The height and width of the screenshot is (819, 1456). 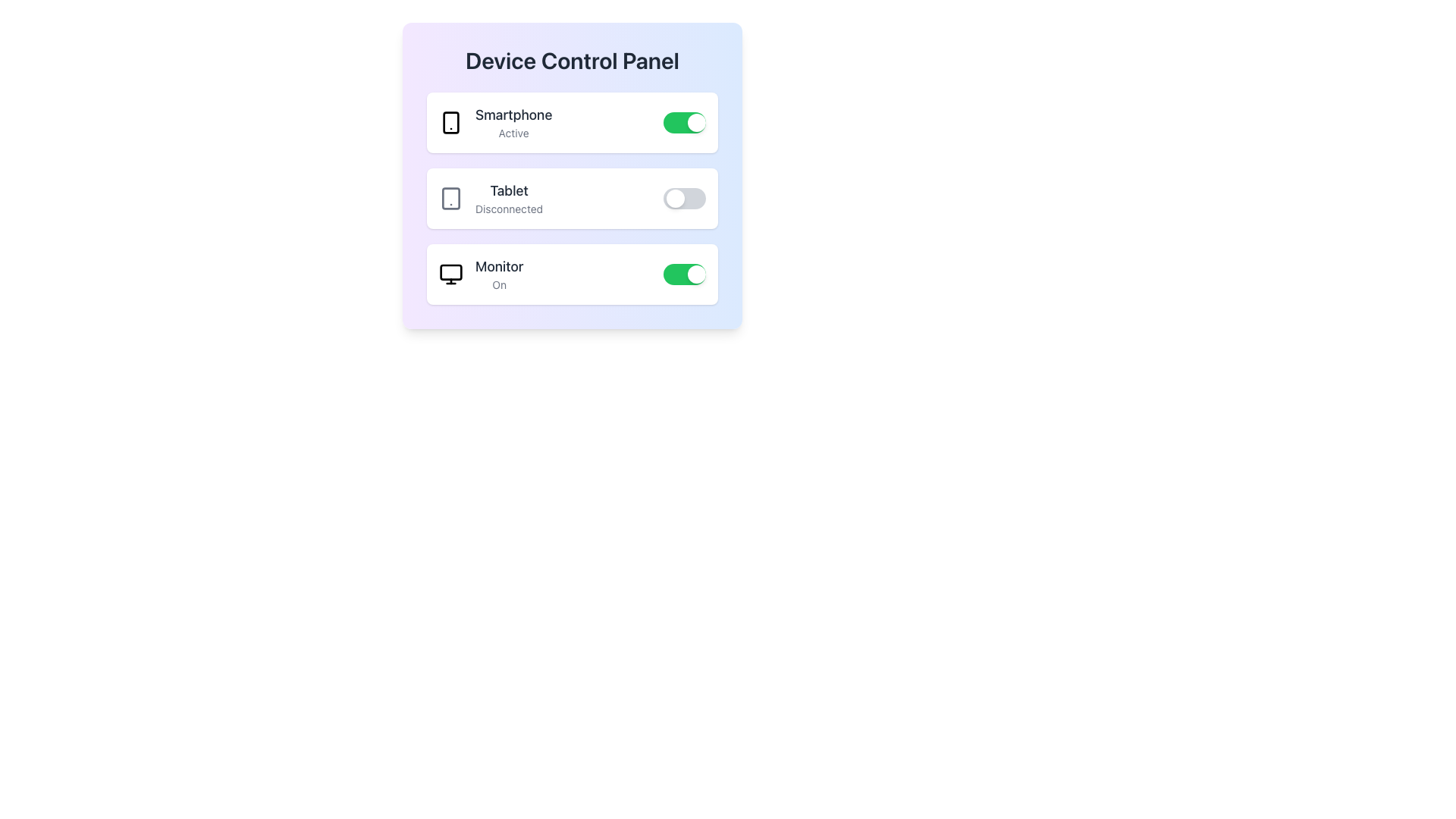 I want to click on the circular toggle knob with a white background located at the far right of the green toggle switch in the 'Monitor' control row, so click(x=695, y=275).